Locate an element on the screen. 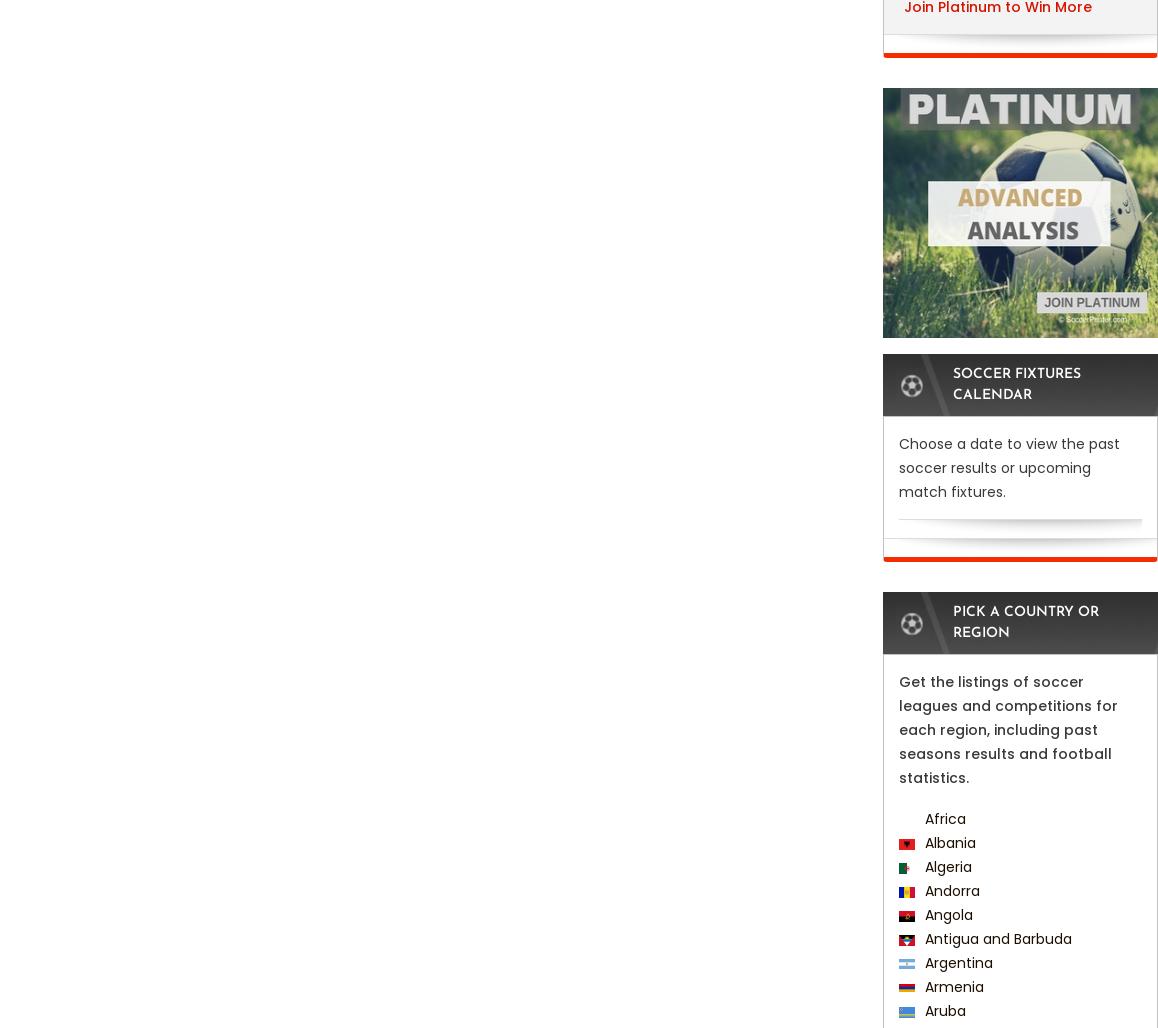 Image resolution: width=1158 pixels, height=1028 pixels. 'Algeria' is located at coordinates (944, 866).